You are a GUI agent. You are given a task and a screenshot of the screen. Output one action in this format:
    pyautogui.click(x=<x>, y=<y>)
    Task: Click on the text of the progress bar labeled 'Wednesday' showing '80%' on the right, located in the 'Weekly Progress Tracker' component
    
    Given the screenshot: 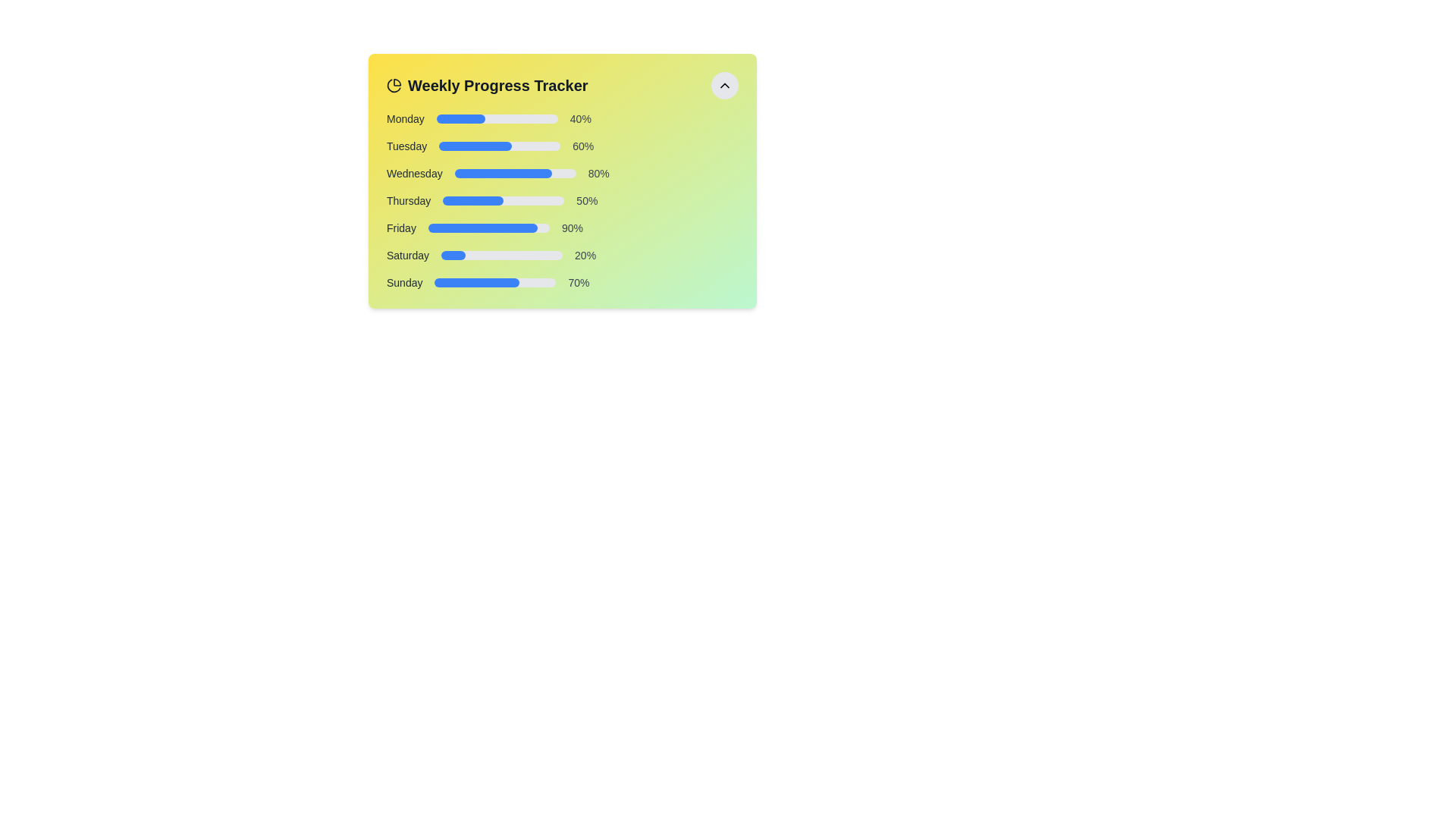 What is the action you would take?
    pyautogui.click(x=562, y=172)
    